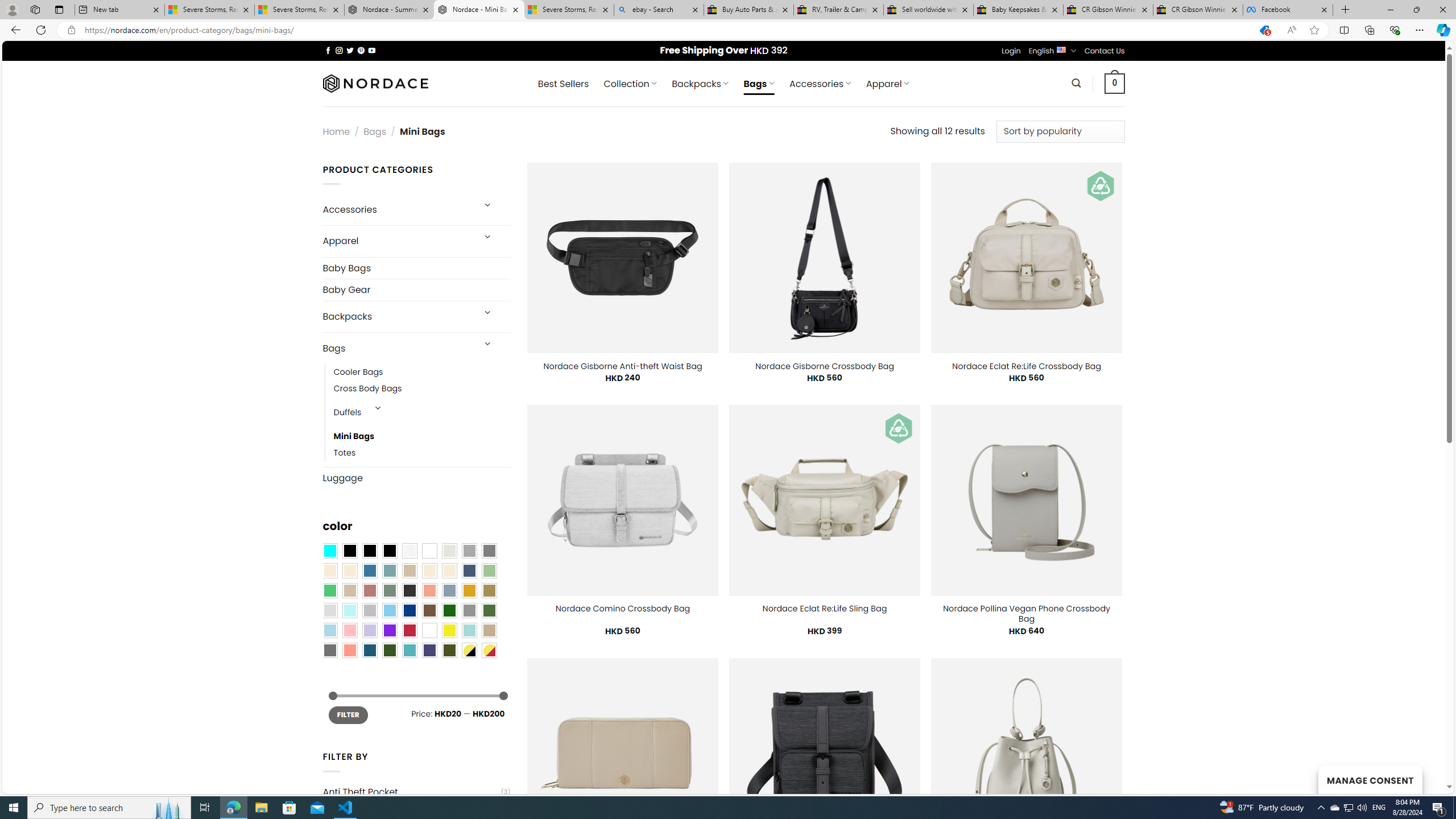 This screenshot has width=1456, height=819. I want to click on 'Cooler Bags', so click(357, 372).